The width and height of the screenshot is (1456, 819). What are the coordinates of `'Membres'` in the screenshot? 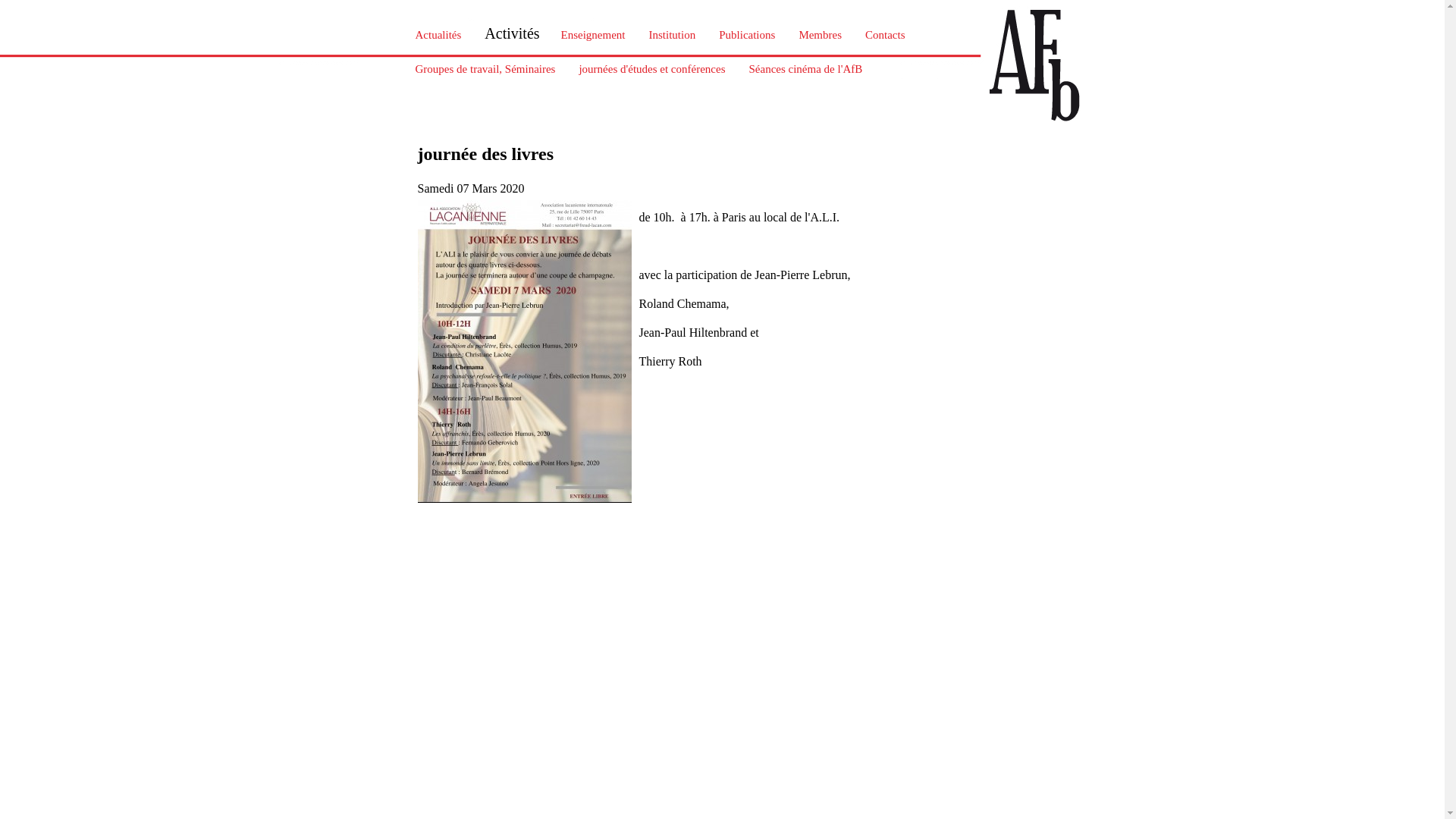 It's located at (797, 34).